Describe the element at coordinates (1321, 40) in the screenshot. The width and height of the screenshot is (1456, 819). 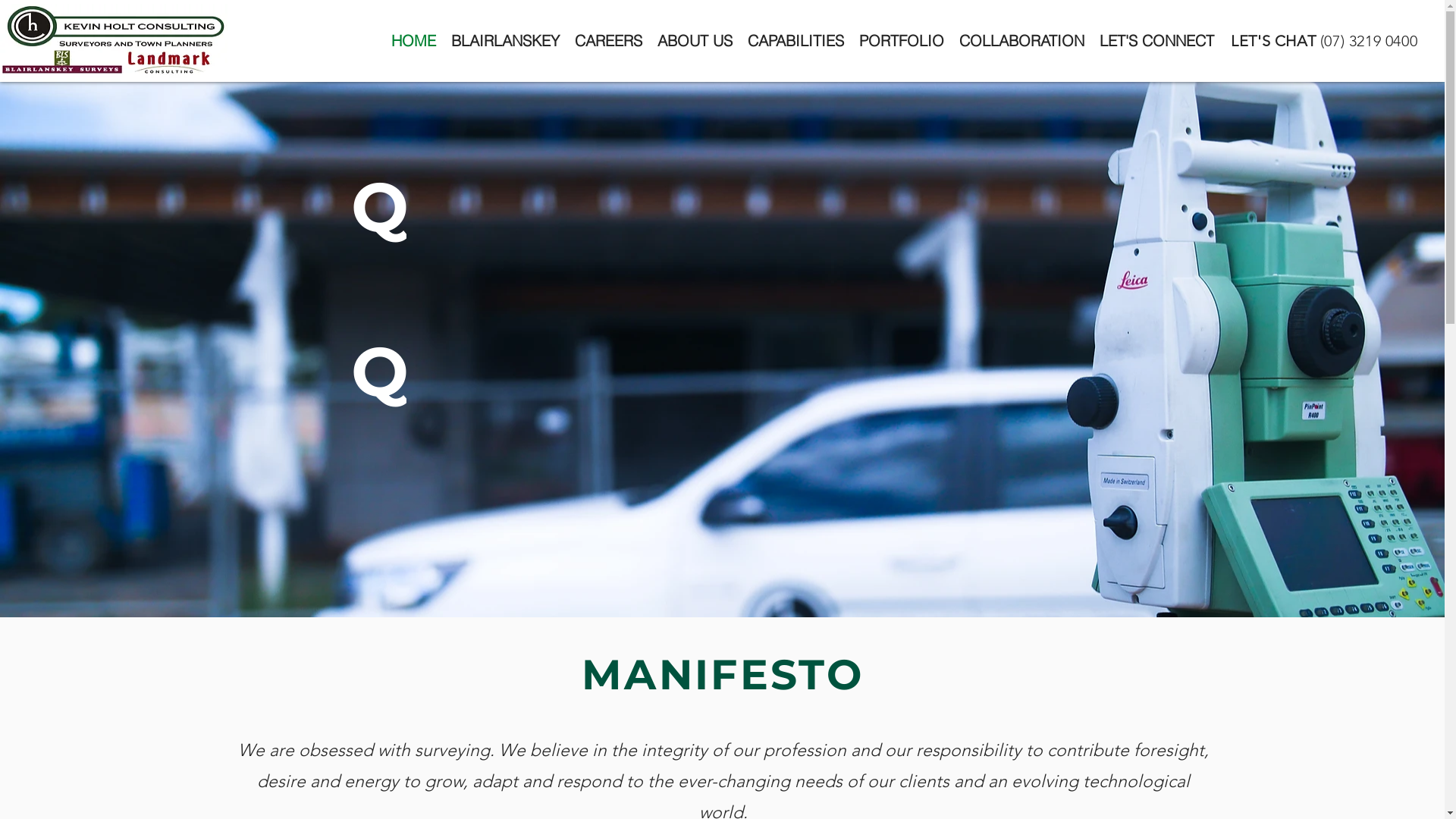
I see `' LET'S CHAT (07) 3219 0400'` at that location.